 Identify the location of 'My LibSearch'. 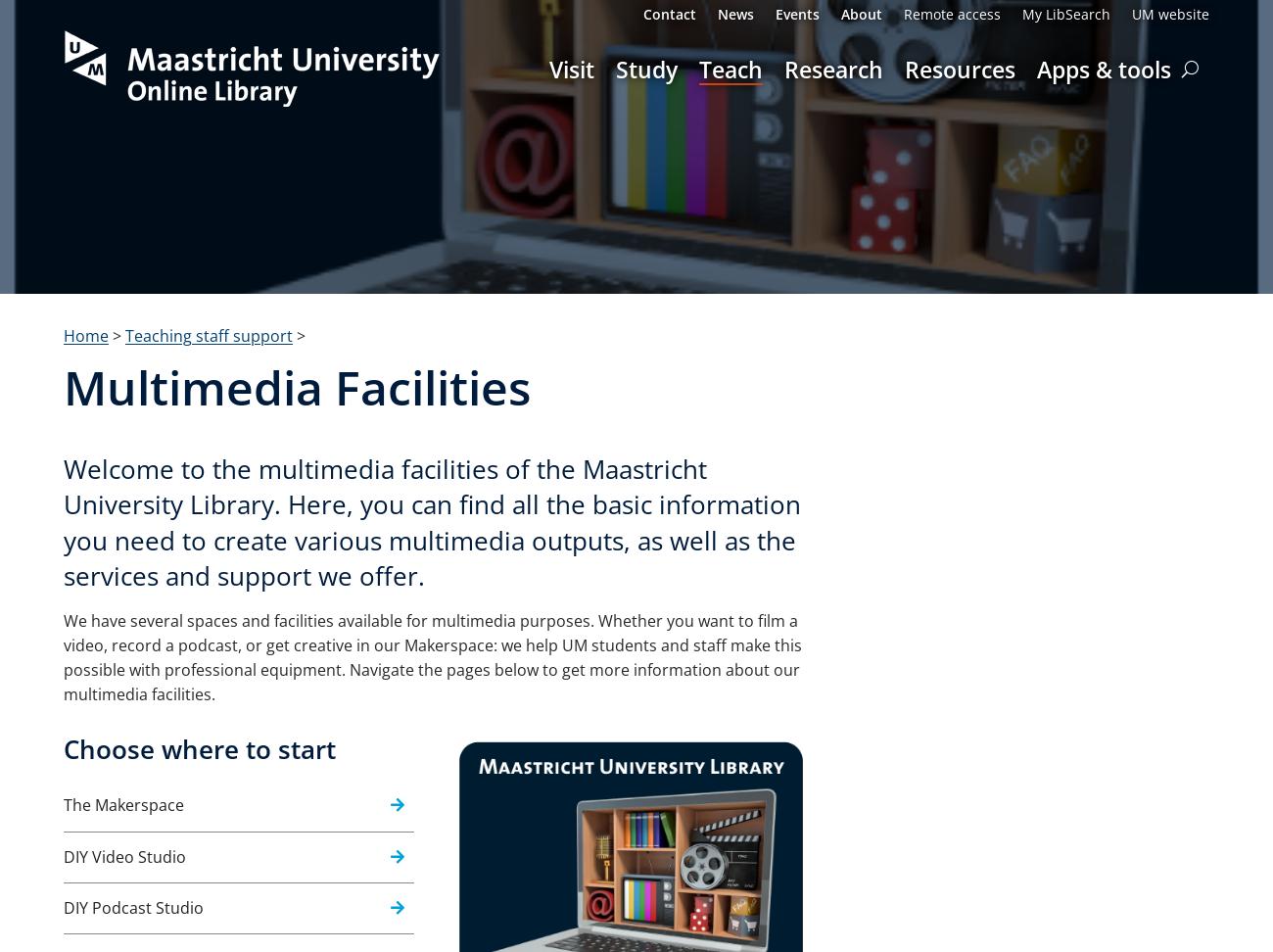
(1065, 14).